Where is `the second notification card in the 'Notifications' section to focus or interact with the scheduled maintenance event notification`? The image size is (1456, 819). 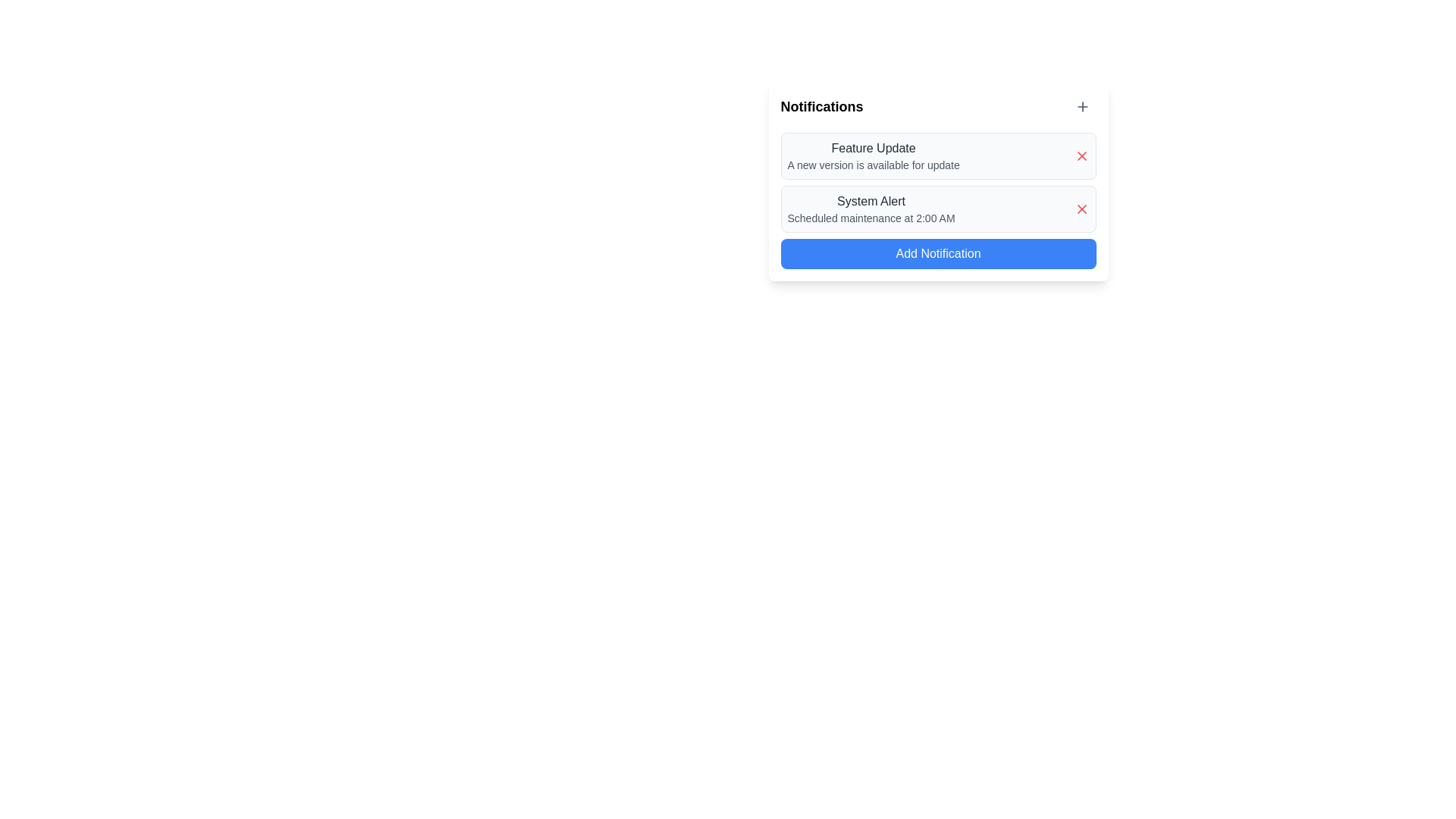 the second notification card in the 'Notifications' section to focus or interact with the scheduled maintenance event notification is located at coordinates (871, 209).